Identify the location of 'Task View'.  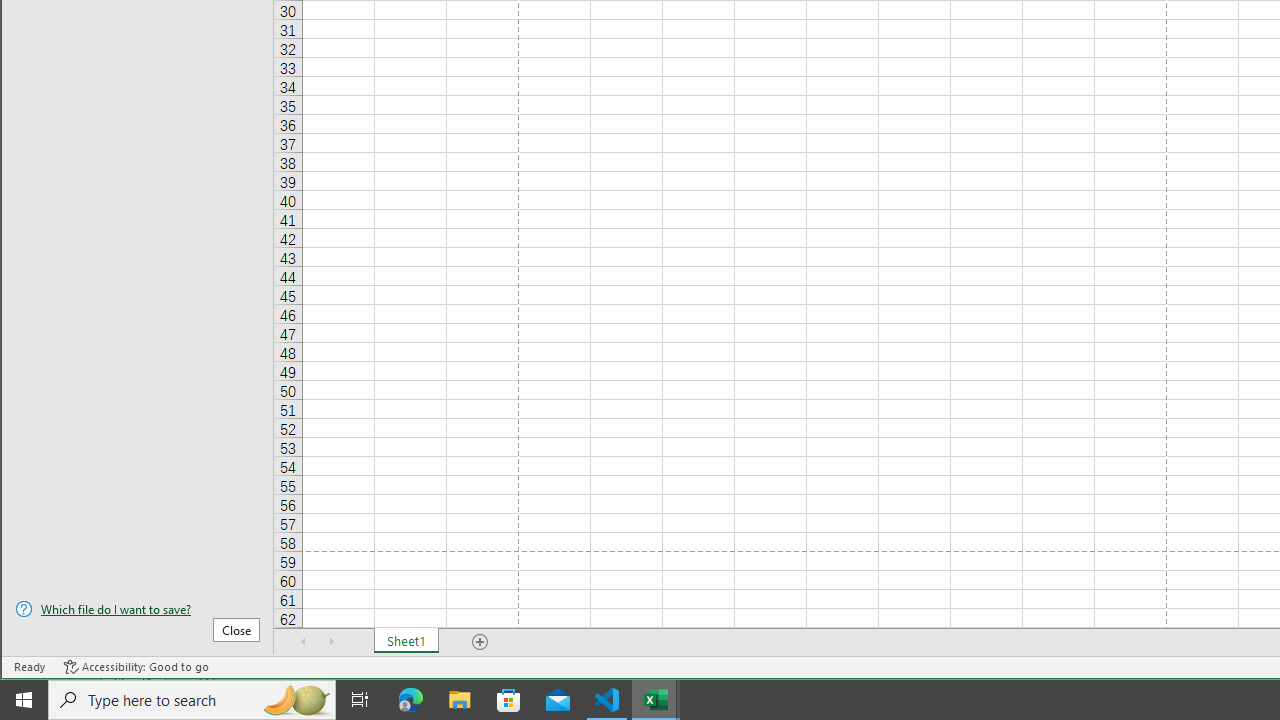
(359, 698).